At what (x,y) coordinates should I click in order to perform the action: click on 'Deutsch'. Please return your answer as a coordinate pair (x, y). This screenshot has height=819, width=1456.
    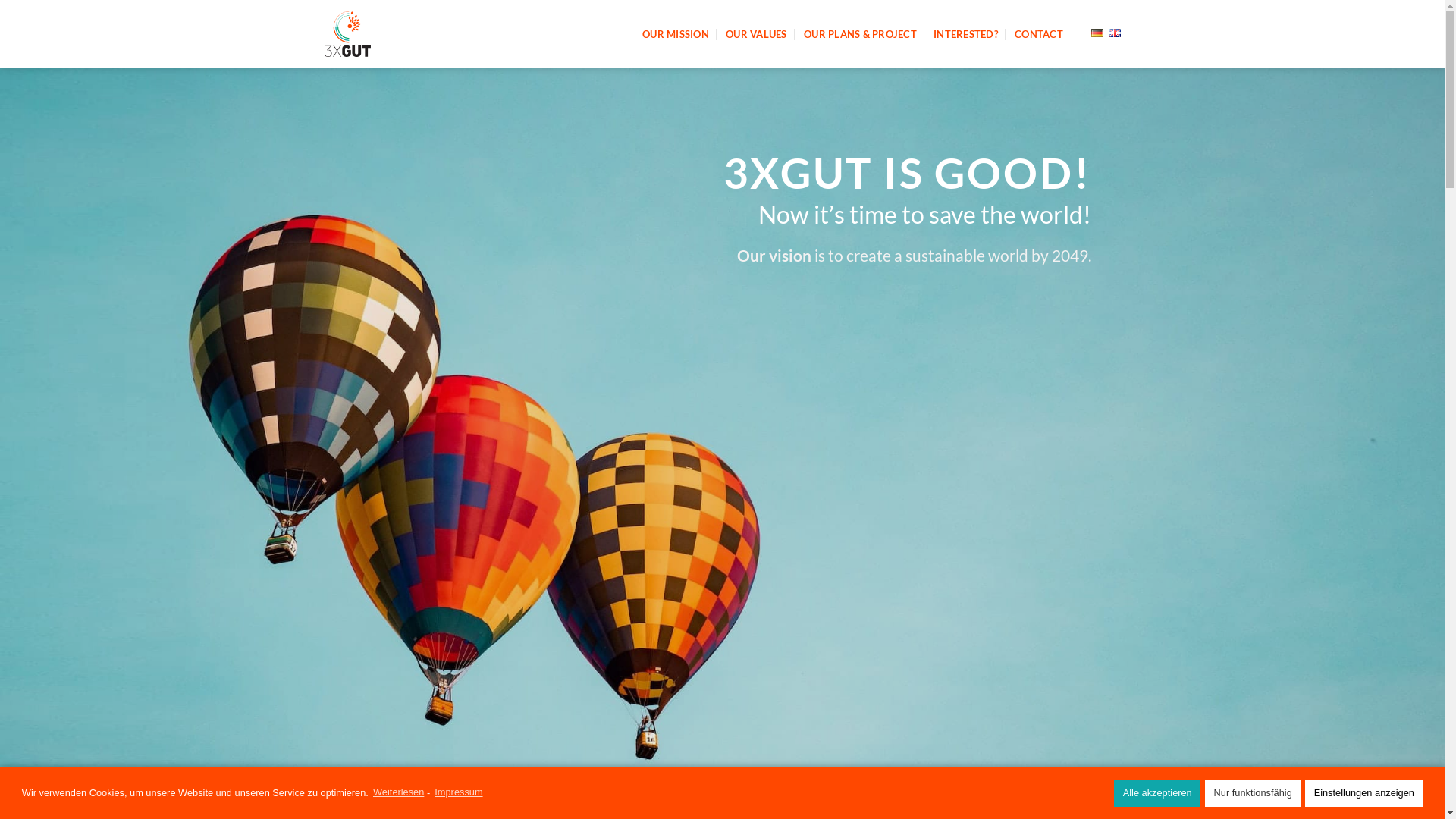
    Looking at the image, I should click on (1097, 33).